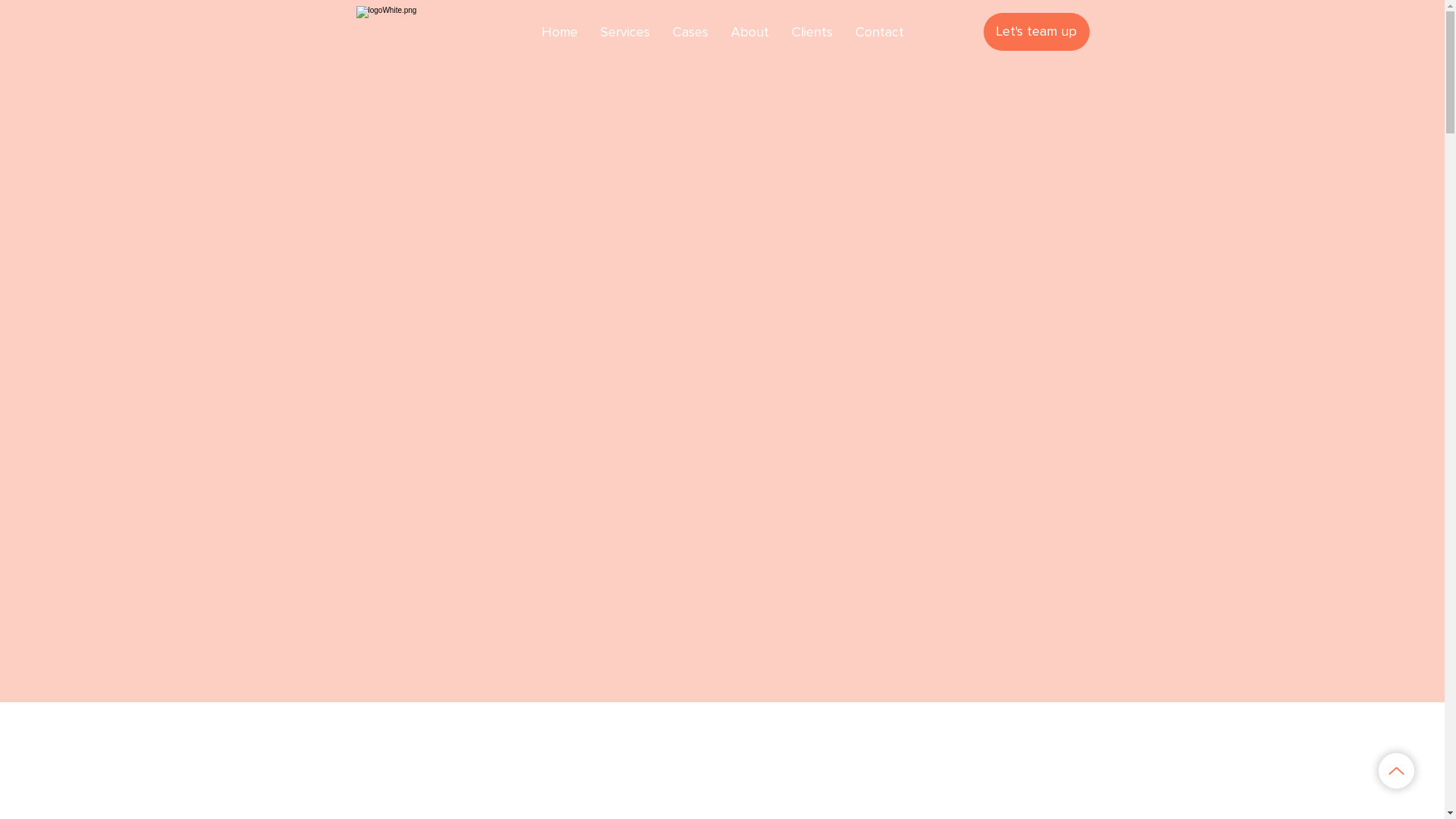  Describe the element at coordinates (689, 32) in the screenshot. I see `'Cases'` at that location.